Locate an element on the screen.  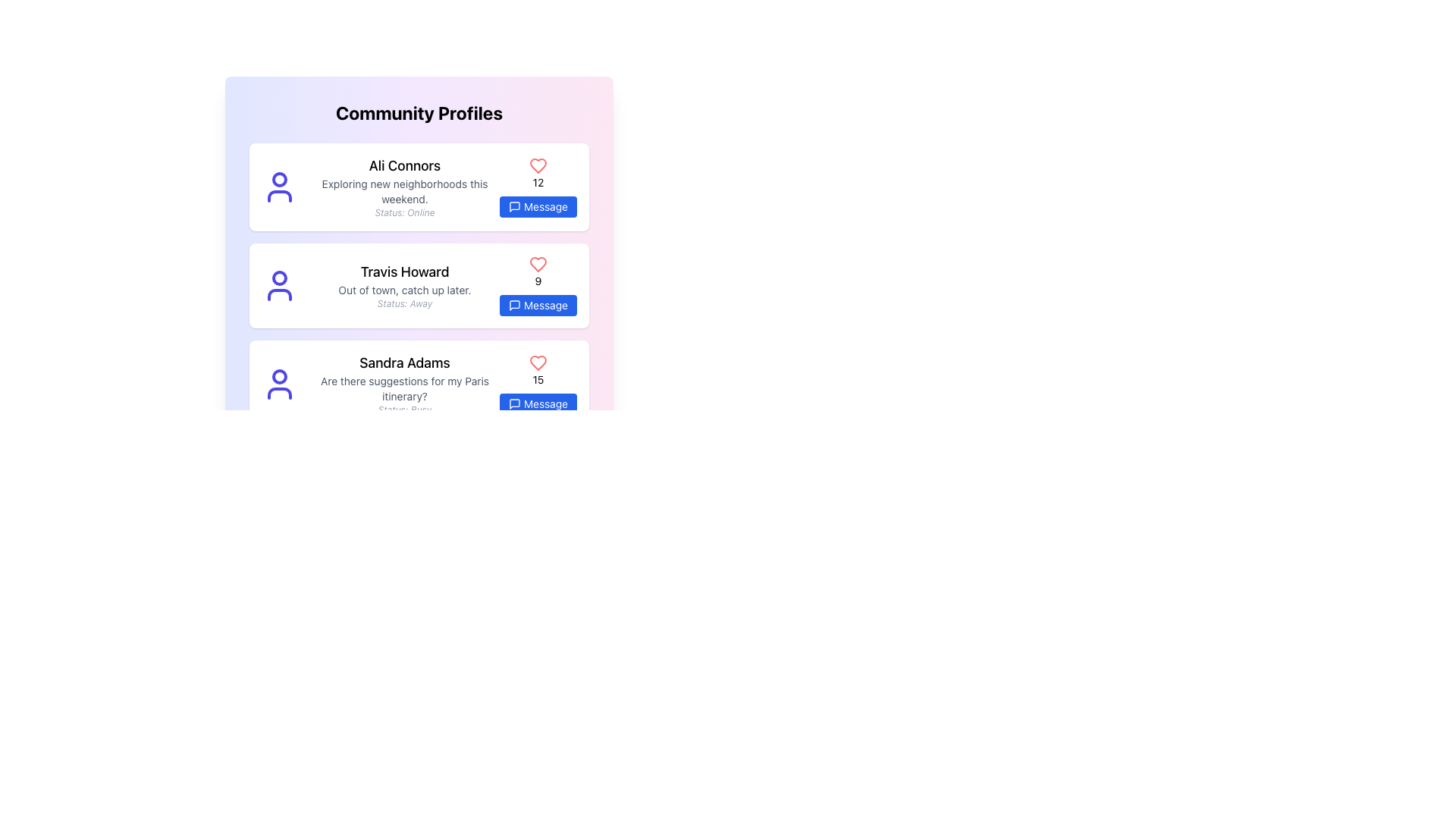
the status information displayed in the text label located below the 'Out of town, catch up later.' text and above the 'Message' button in the profile card is located at coordinates (404, 304).